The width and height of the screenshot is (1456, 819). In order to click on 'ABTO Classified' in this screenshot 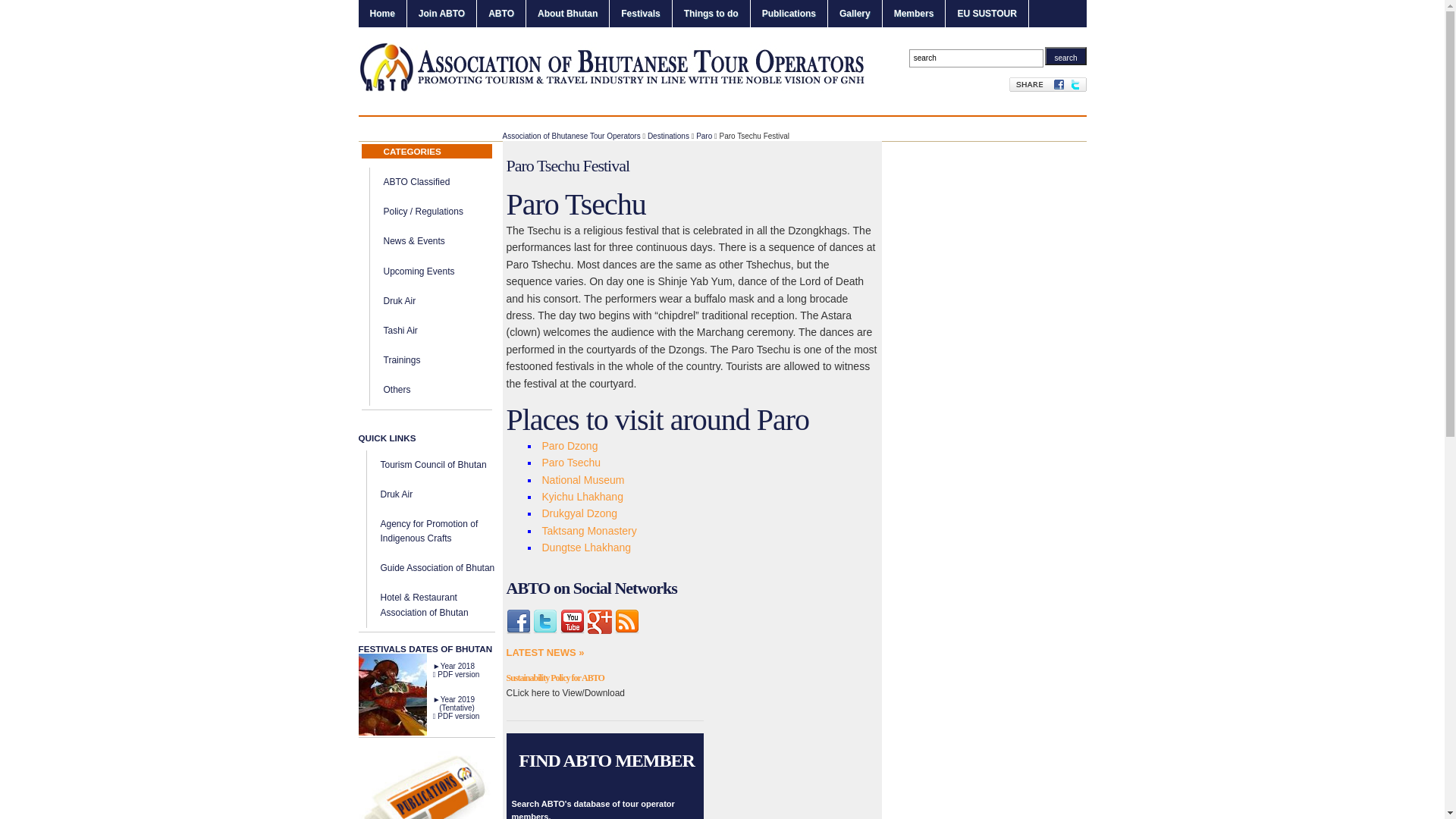, I will do `click(383, 180)`.